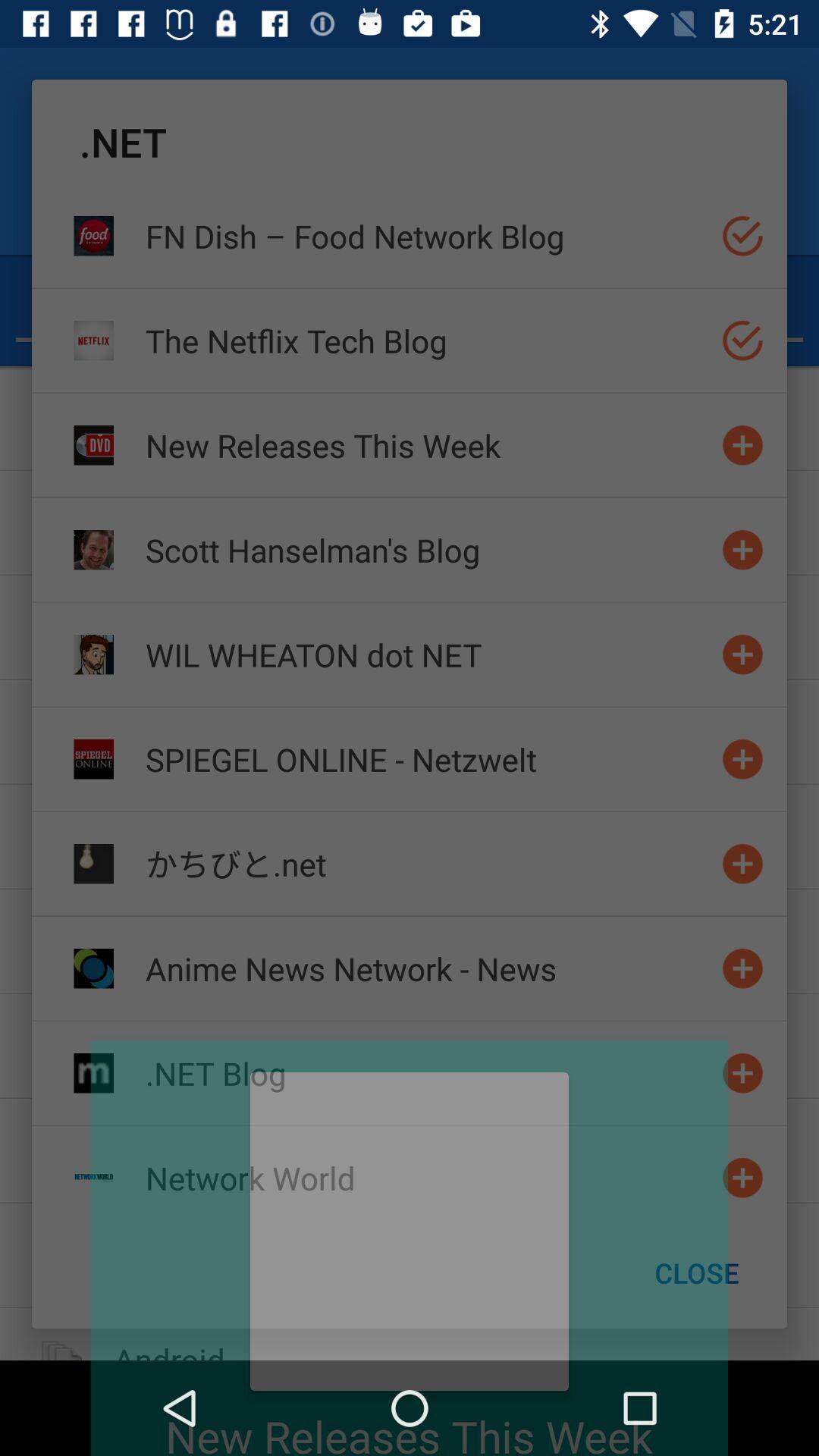  Describe the element at coordinates (427, 1177) in the screenshot. I see `item above the close` at that location.